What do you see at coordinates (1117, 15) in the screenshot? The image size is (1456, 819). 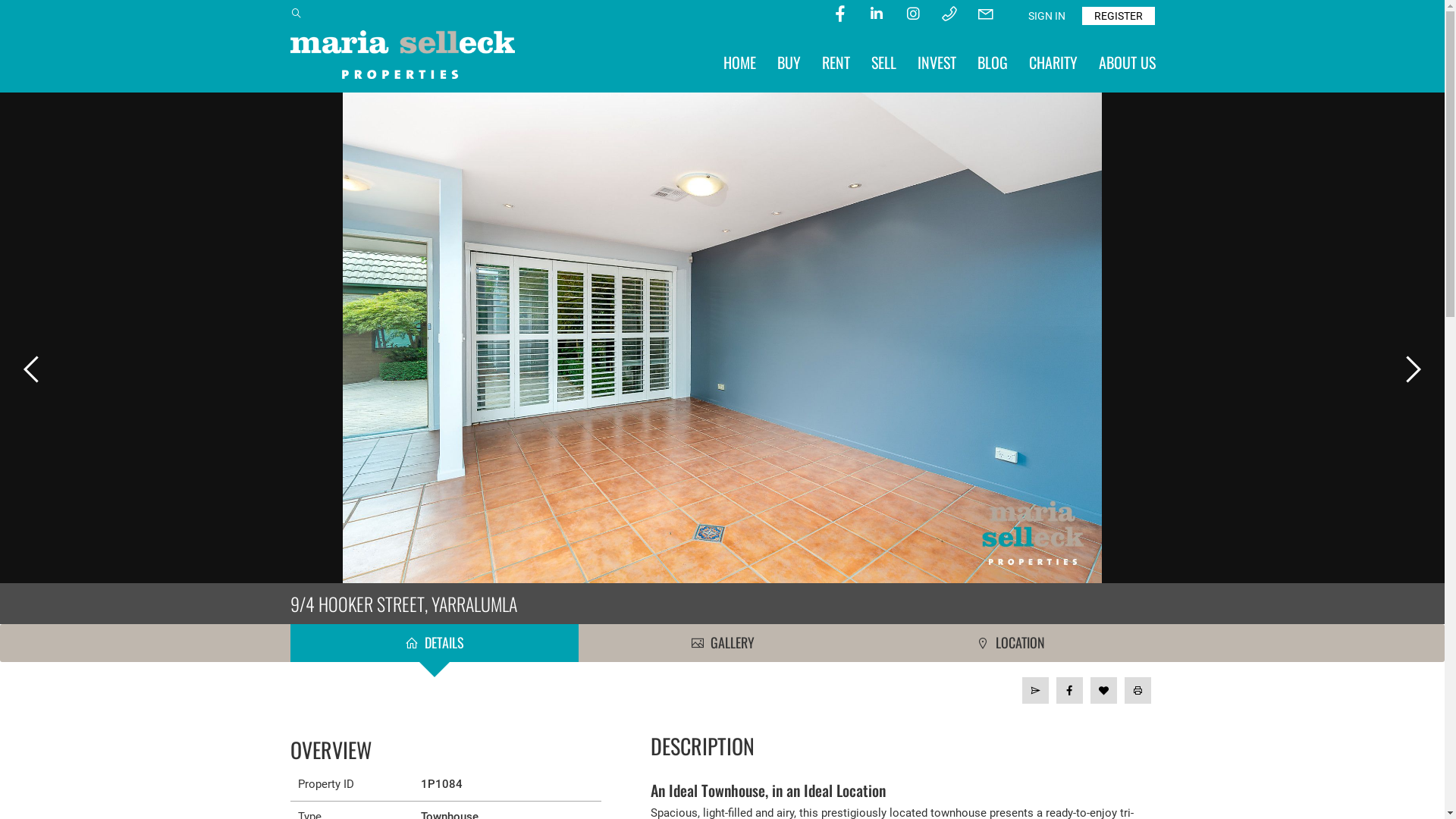 I see `'REGISTER'` at bounding box center [1117, 15].